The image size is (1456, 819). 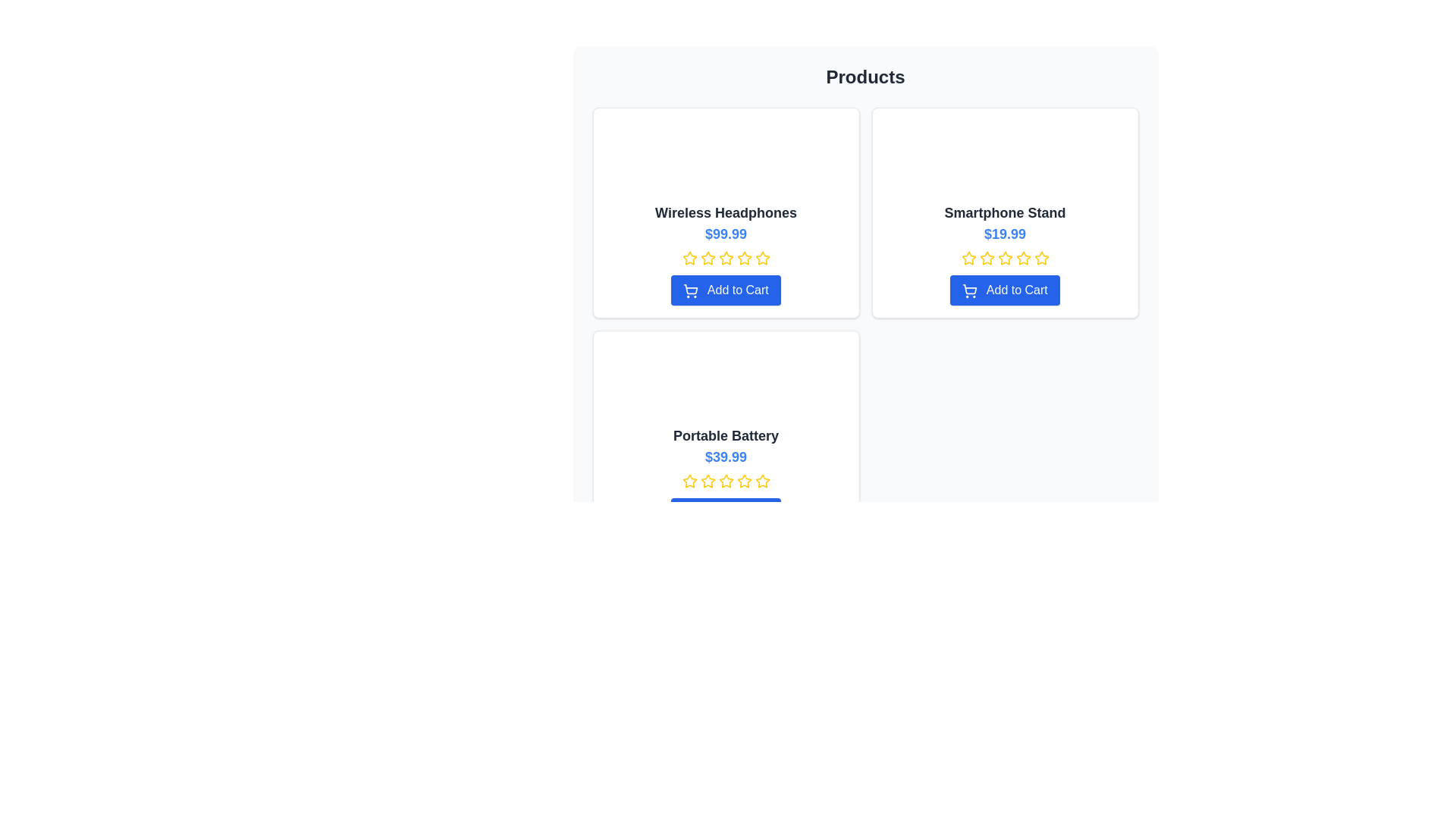 I want to click on the fifth star icon representing the highest rating in the five-star rating system for the Smartphone Stand product, located in the top-right of the product grid, so click(x=1023, y=257).